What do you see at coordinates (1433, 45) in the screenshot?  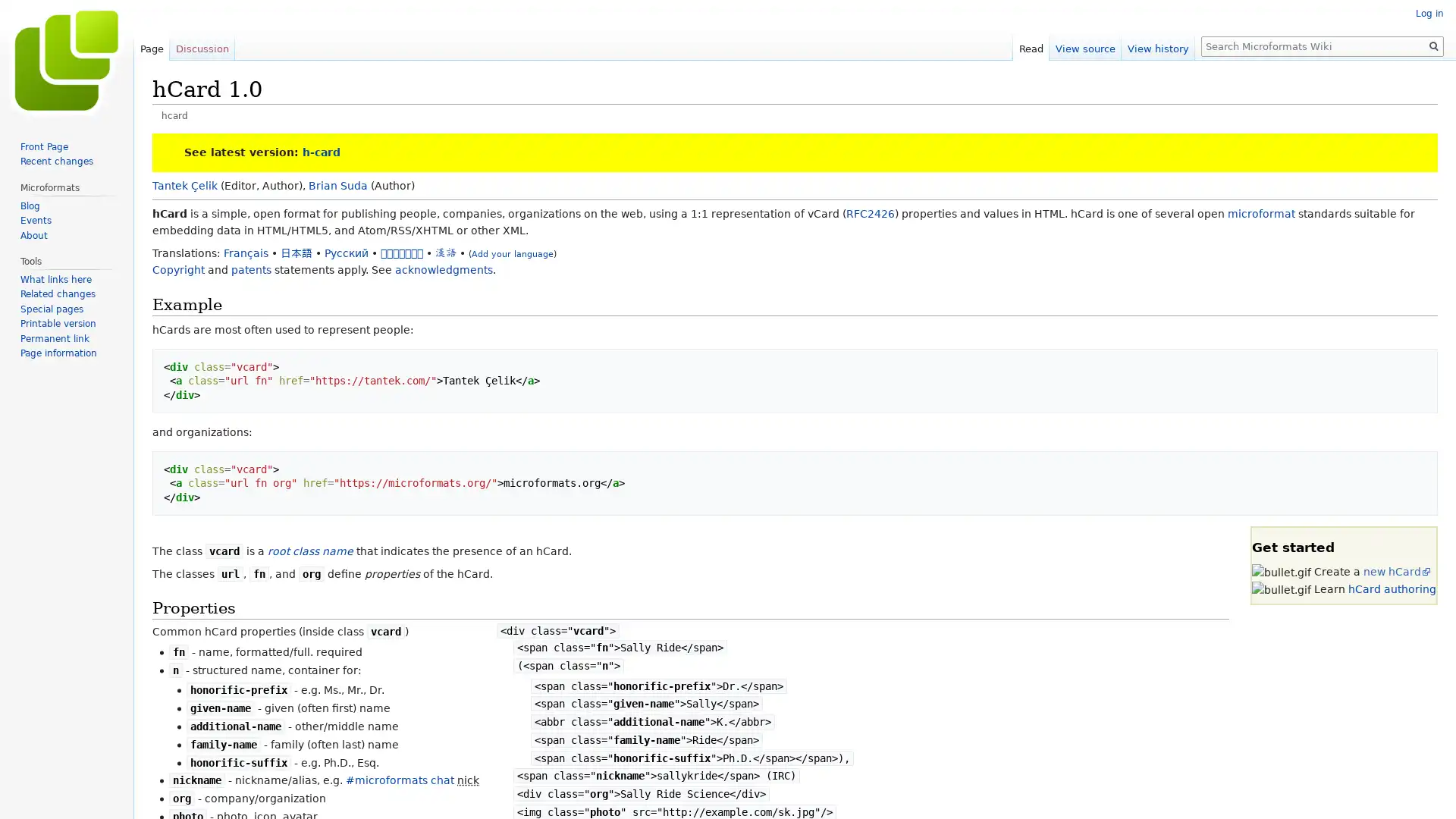 I see `Go` at bounding box center [1433, 45].